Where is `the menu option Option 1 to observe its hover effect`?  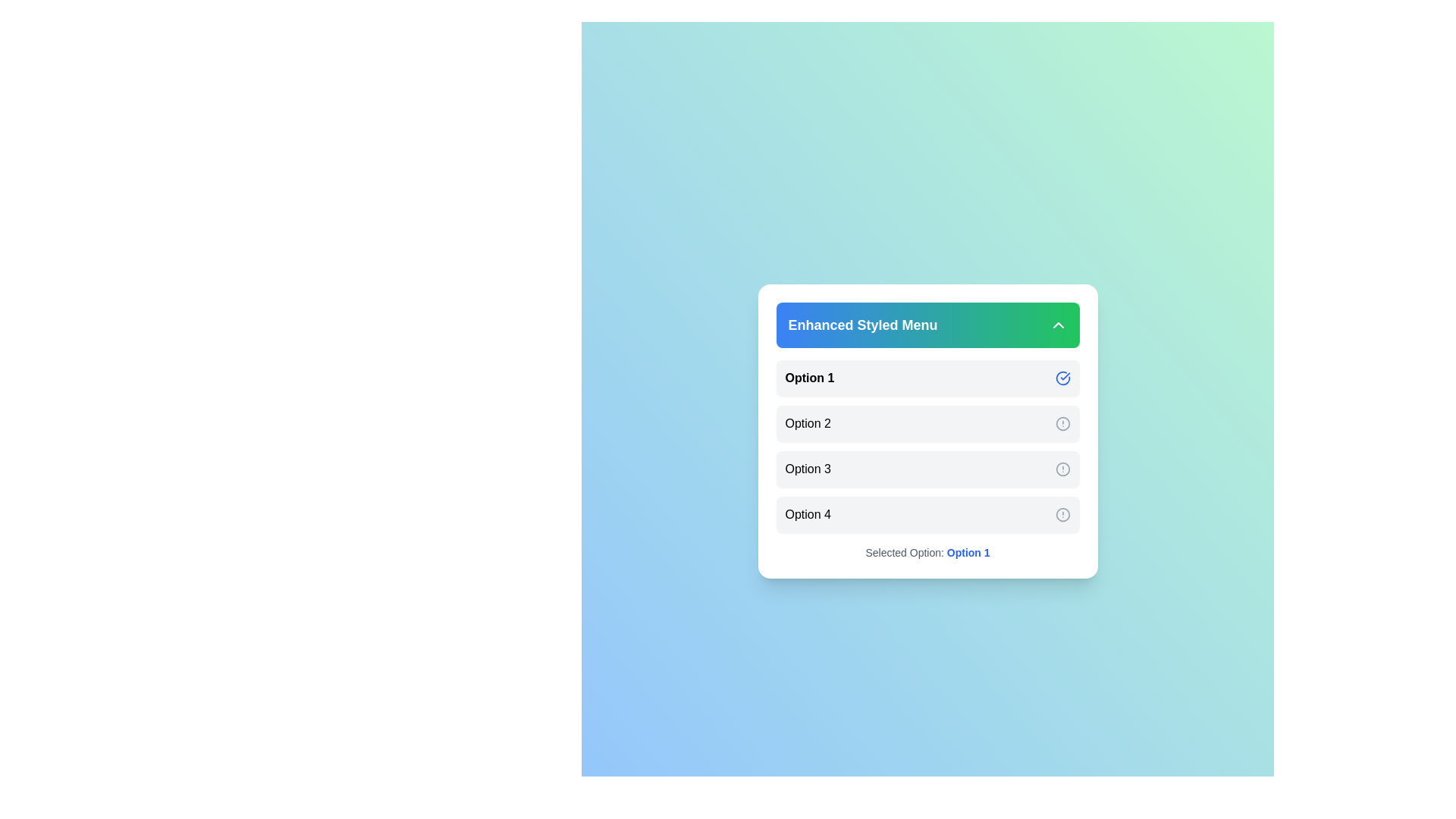
the menu option Option 1 to observe its hover effect is located at coordinates (927, 377).